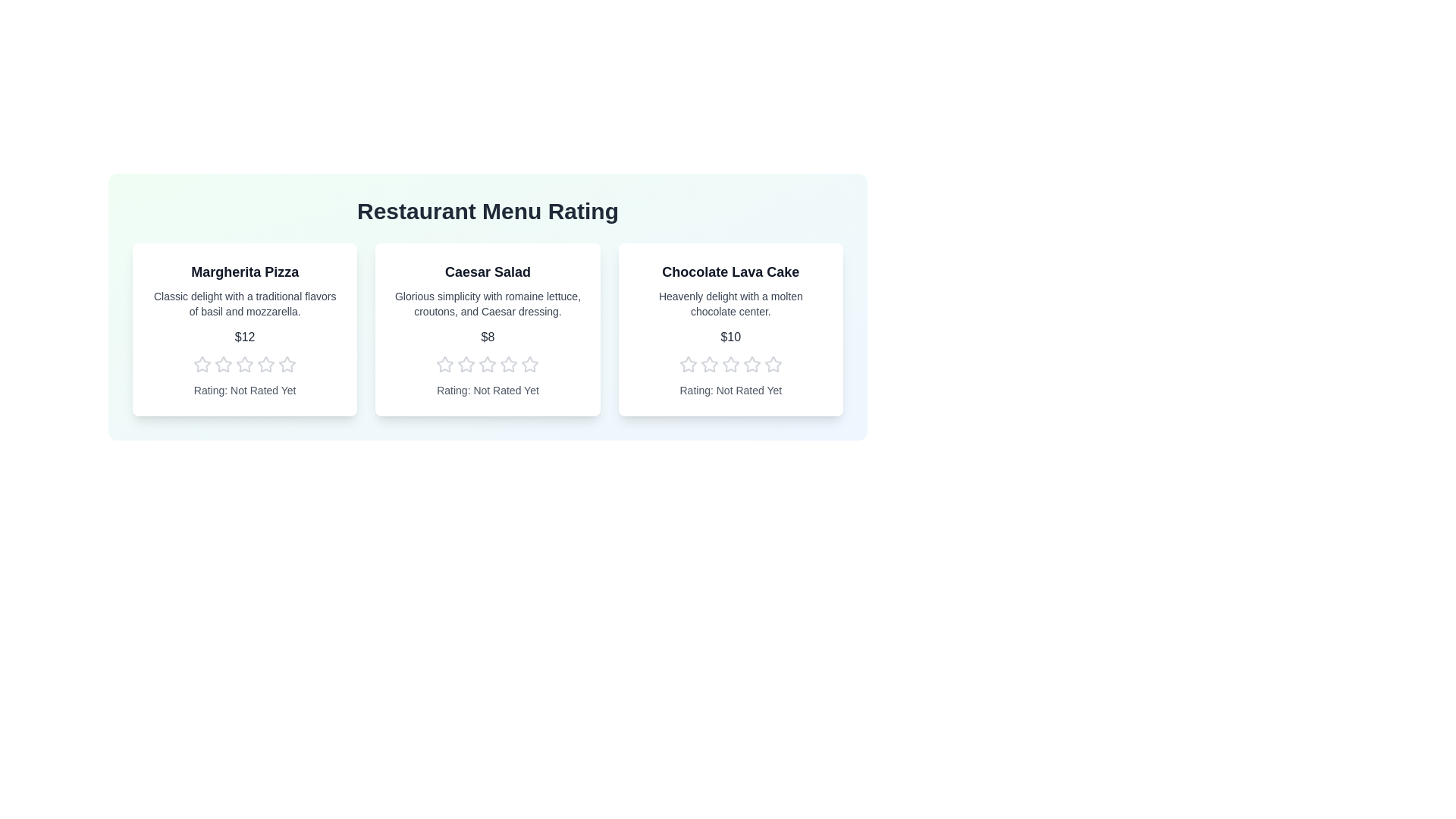 The height and width of the screenshot is (819, 1456). Describe the element at coordinates (222, 365) in the screenshot. I see `the star corresponding to the desired rating 2 for the menu item Margherita Pizza` at that location.